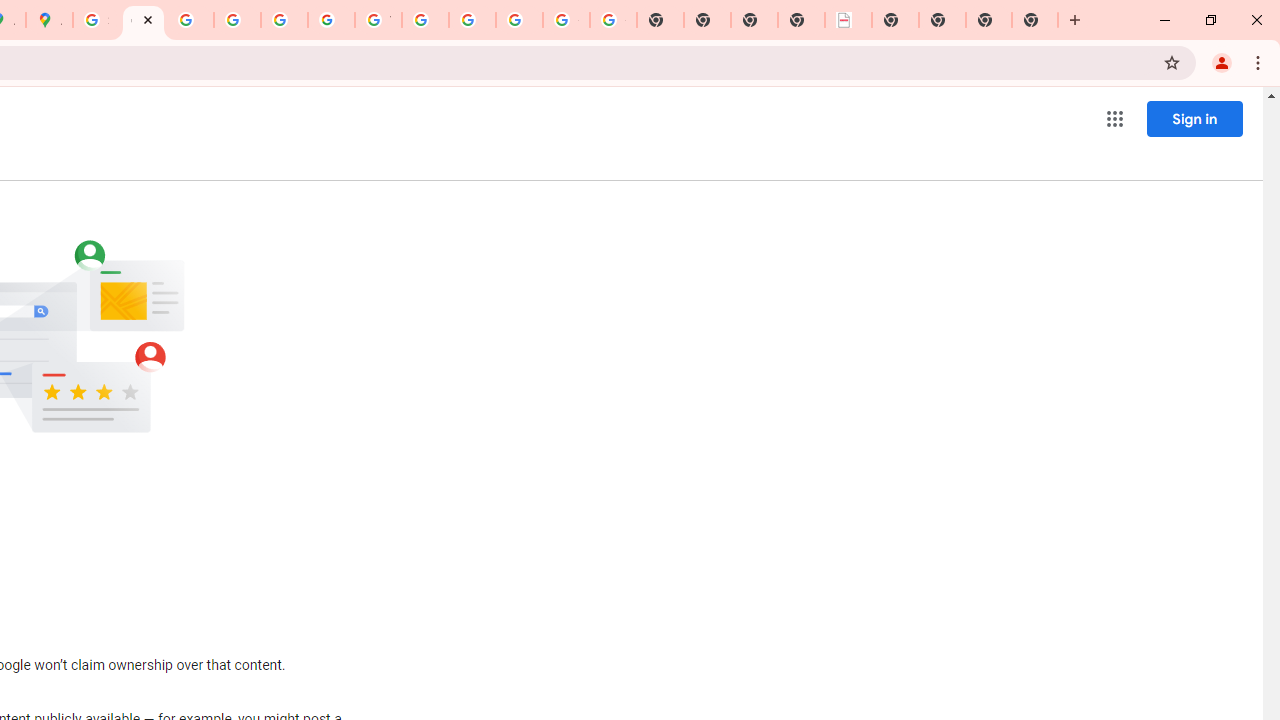 This screenshot has width=1280, height=720. I want to click on 'YouTube', so click(378, 20).